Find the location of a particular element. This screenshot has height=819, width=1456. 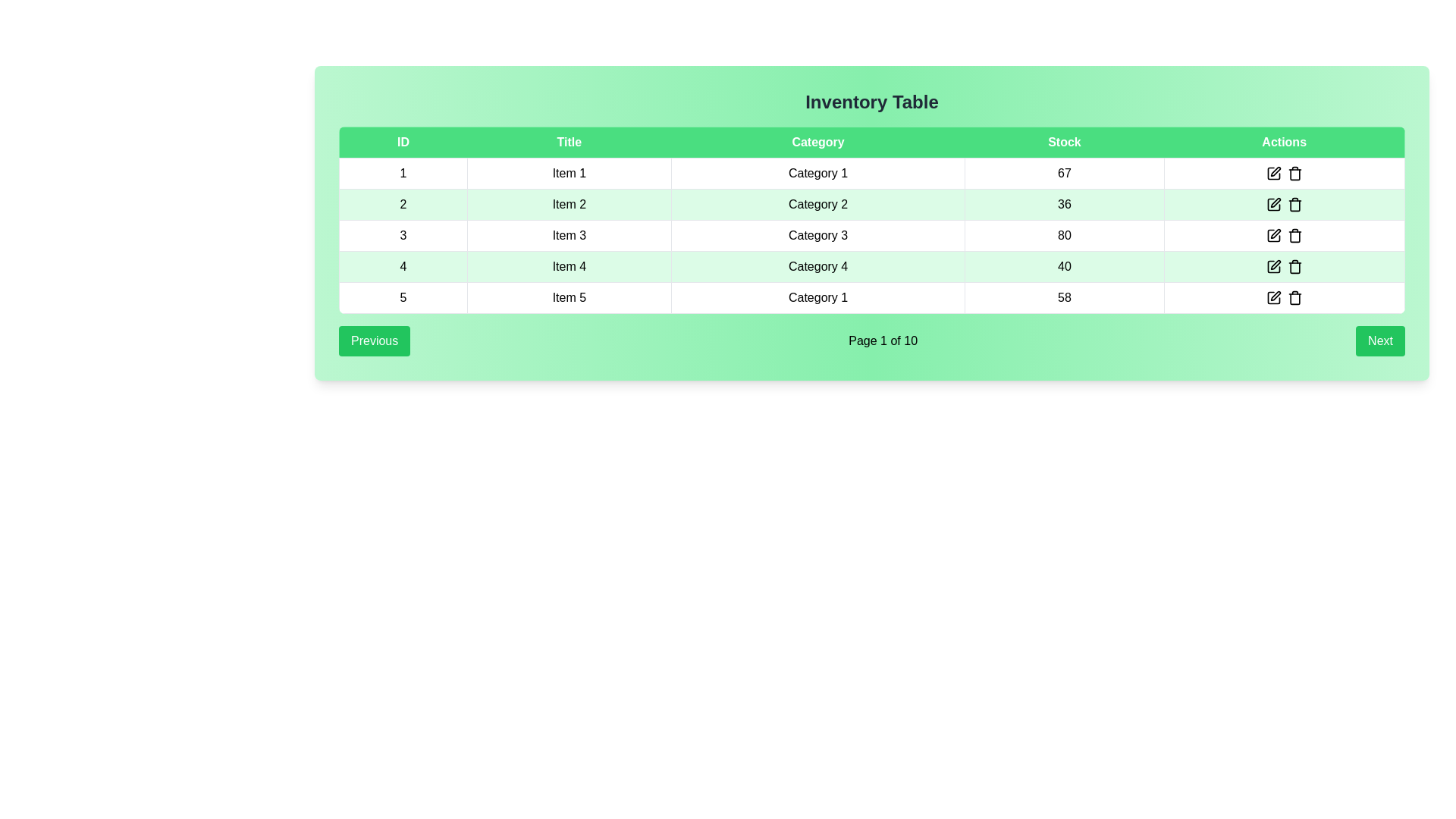

the Text label in the first row of the table, located in the 'ID' column, which serves as the unique identifier for this row is located at coordinates (403, 172).